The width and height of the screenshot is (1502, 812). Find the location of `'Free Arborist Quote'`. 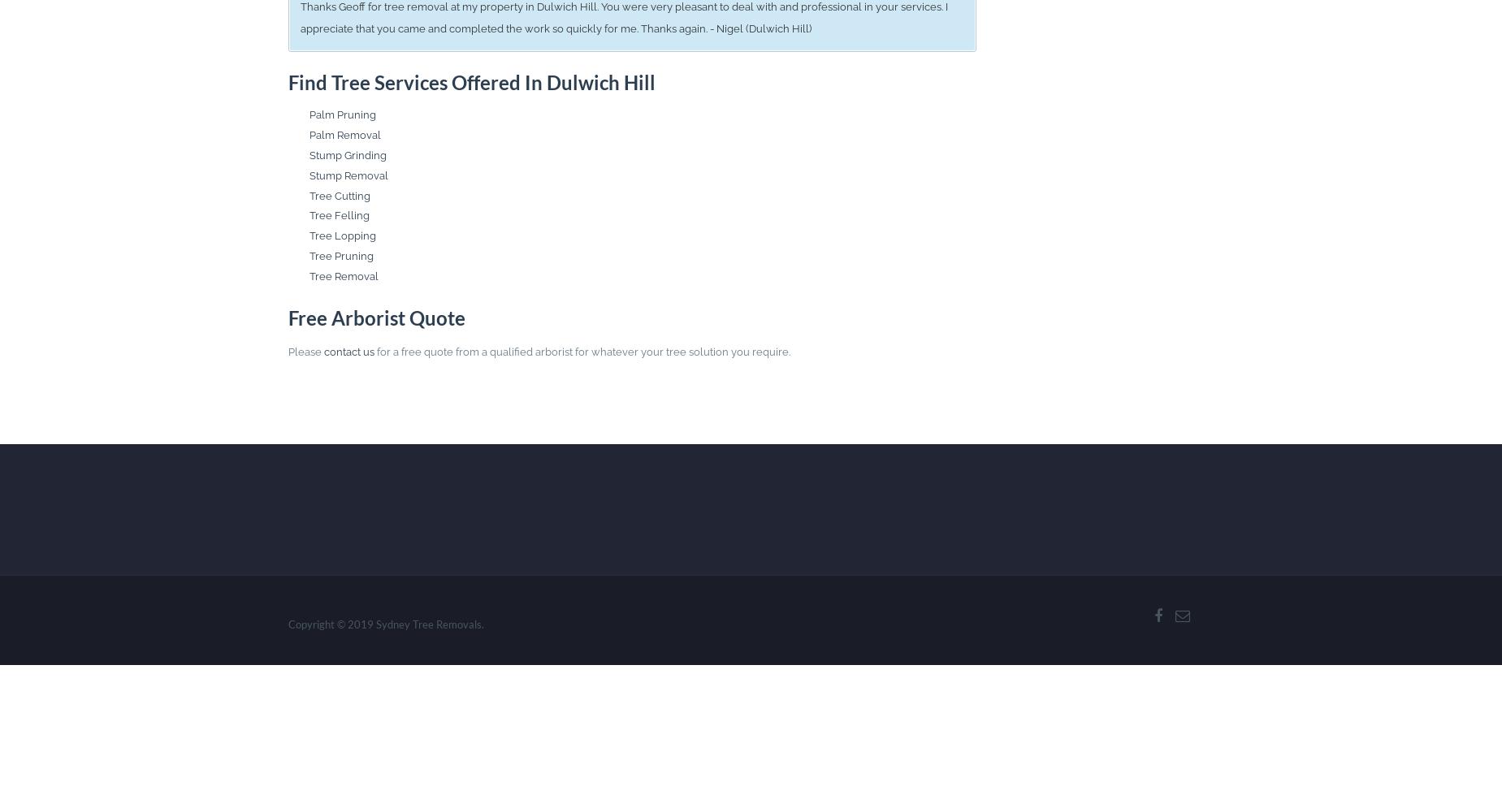

'Free Arborist Quote' is located at coordinates (374, 317).